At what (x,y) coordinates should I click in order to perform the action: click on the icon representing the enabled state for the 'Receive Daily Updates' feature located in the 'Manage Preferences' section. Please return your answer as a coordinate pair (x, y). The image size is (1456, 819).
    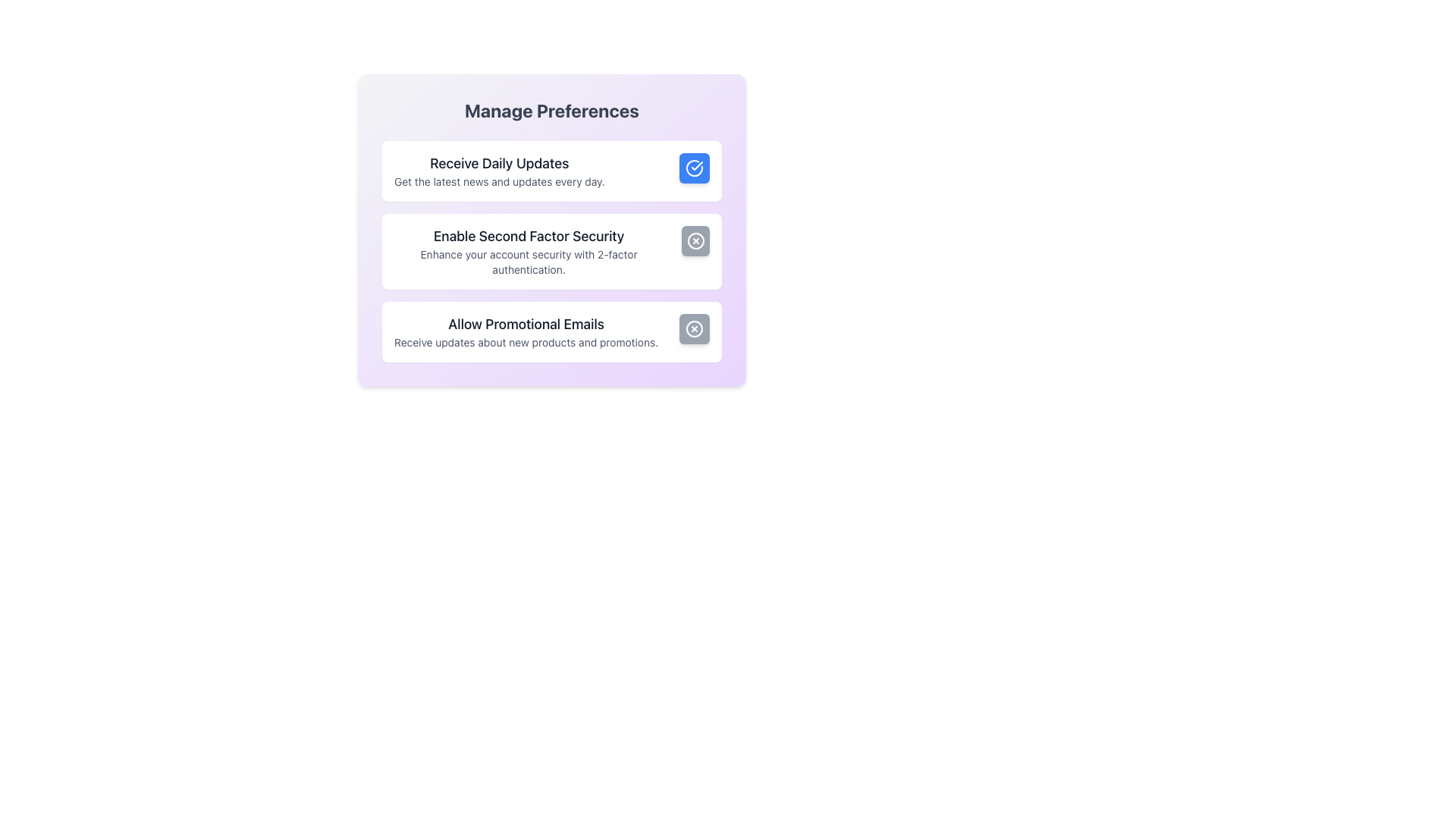
    Looking at the image, I should click on (694, 168).